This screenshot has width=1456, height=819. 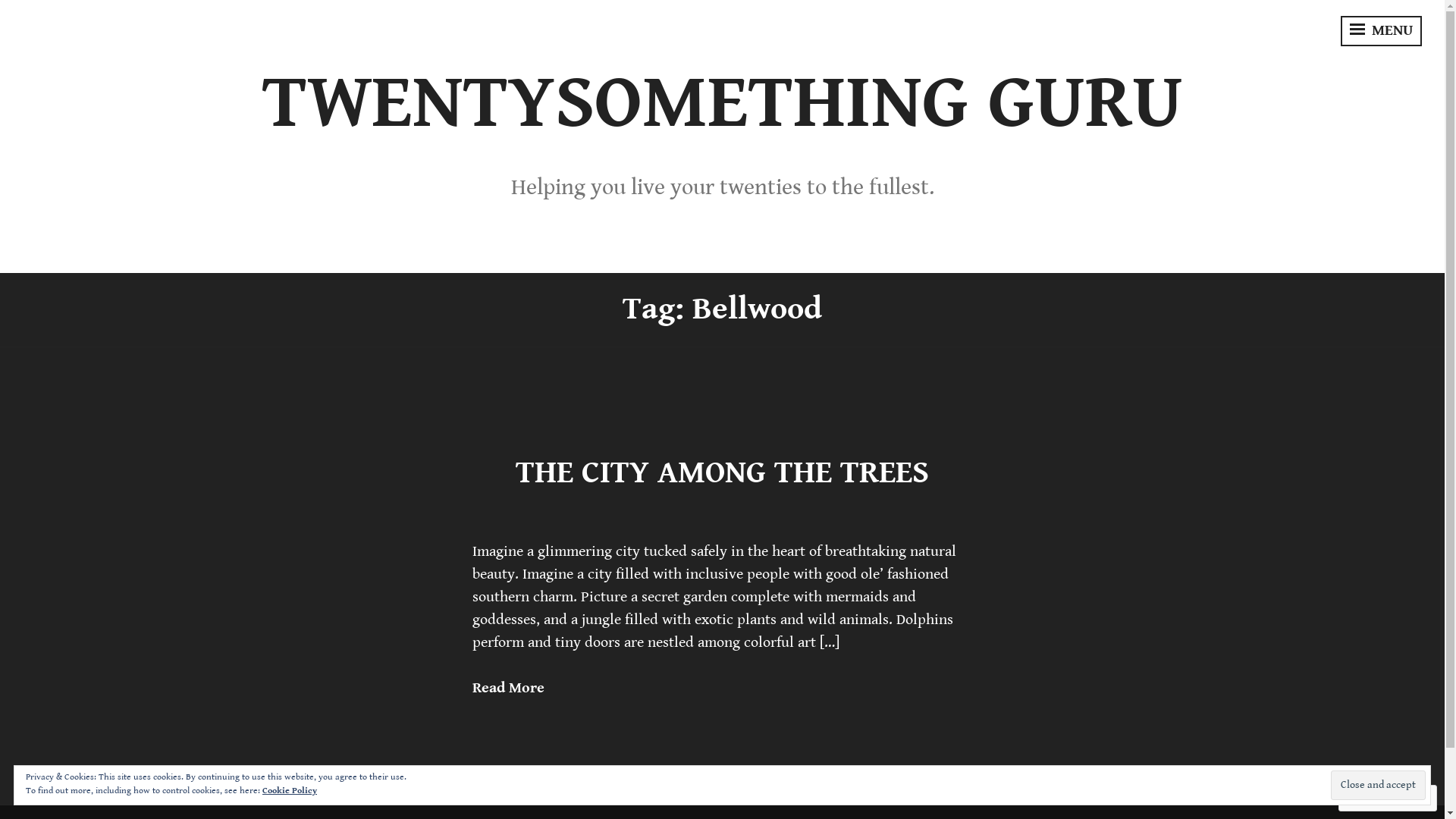 What do you see at coordinates (1330, 785) in the screenshot?
I see `'Close and accept'` at bounding box center [1330, 785].